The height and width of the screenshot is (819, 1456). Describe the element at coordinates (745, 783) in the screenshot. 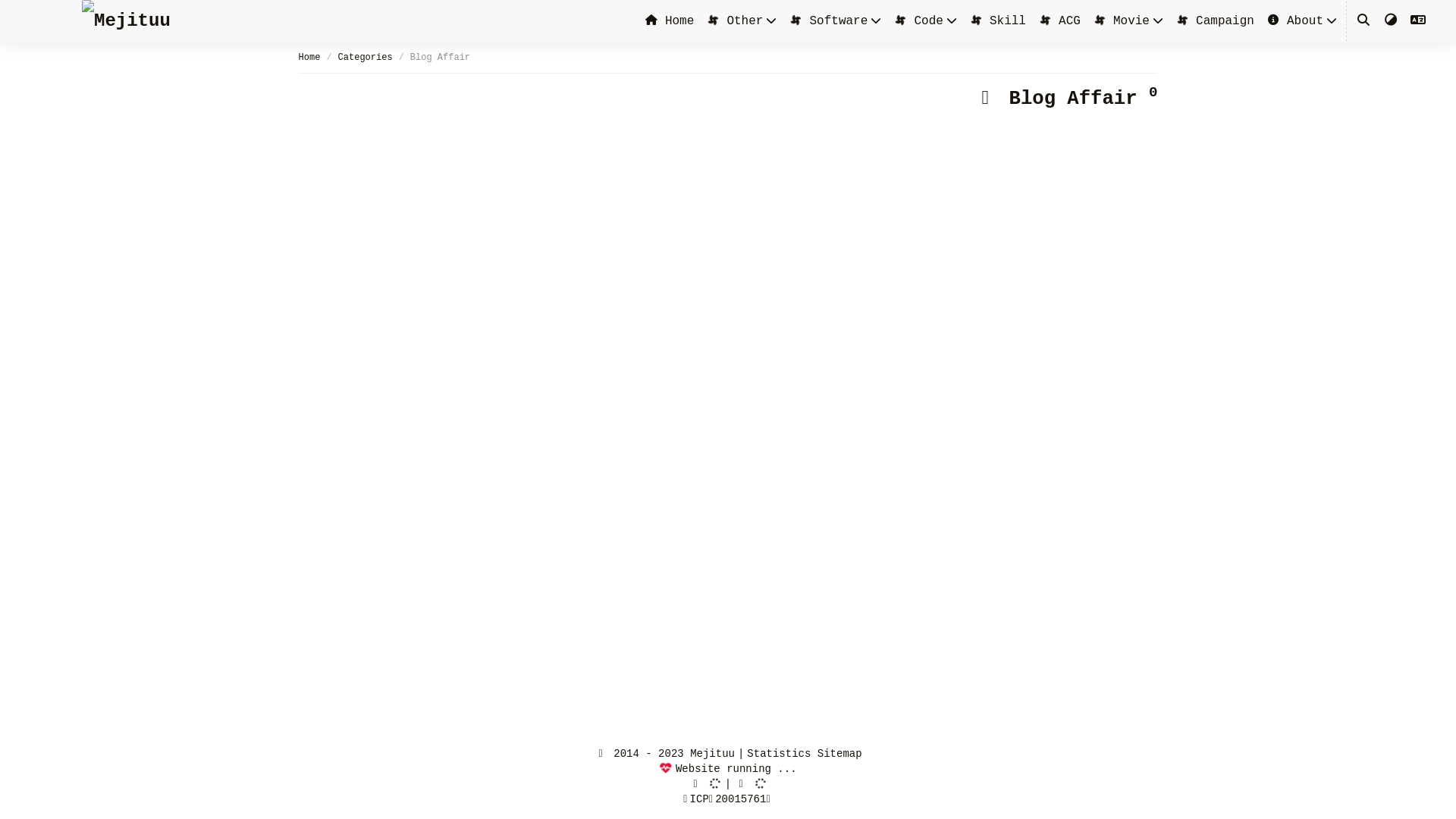

I see `'Total visits'` at that location.